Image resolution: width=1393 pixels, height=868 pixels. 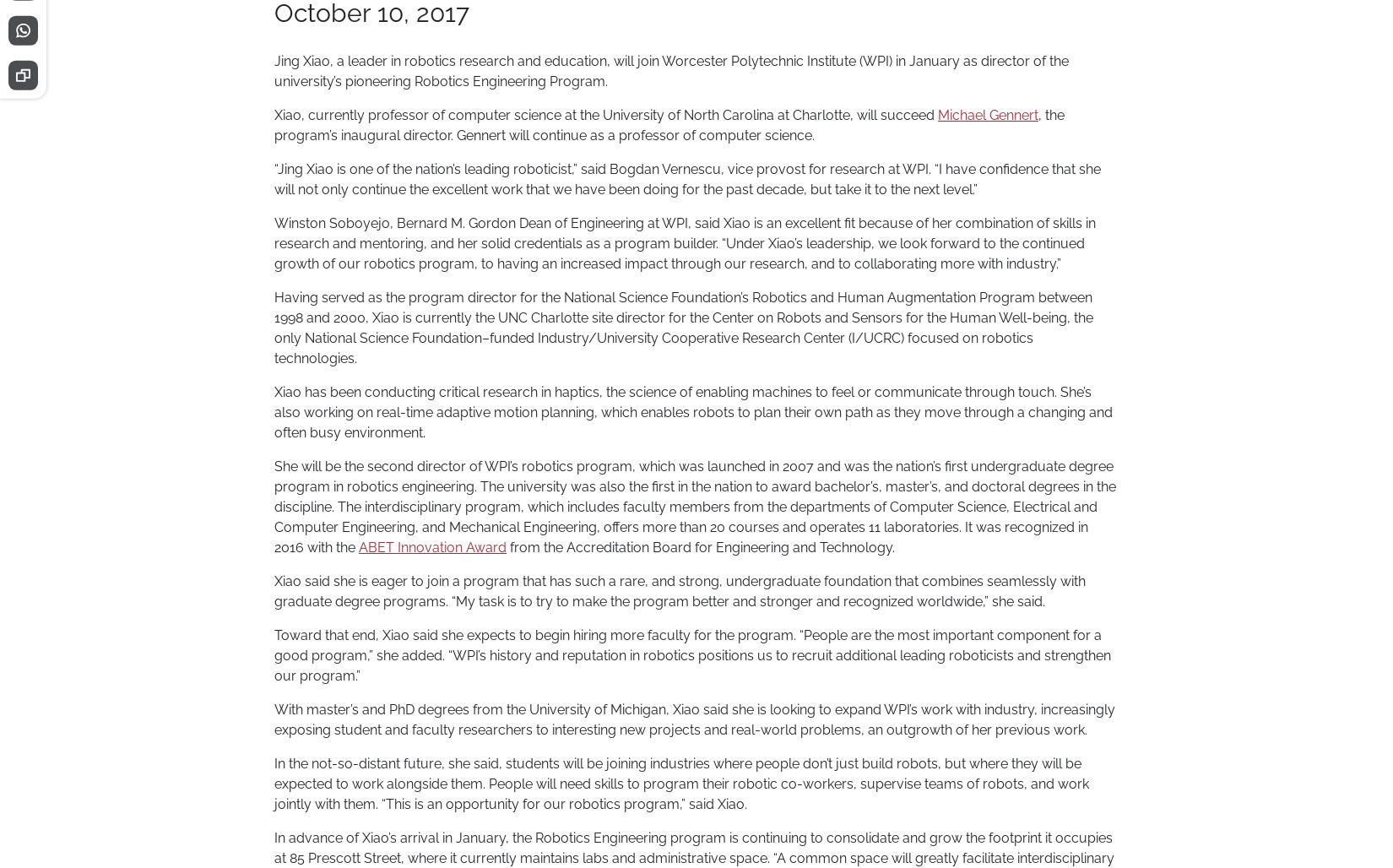 I want to click on 'Xiao, currently professor of computer science at the University of North Carolina at Charlotte, will succeed', so click(x=605, y=115).